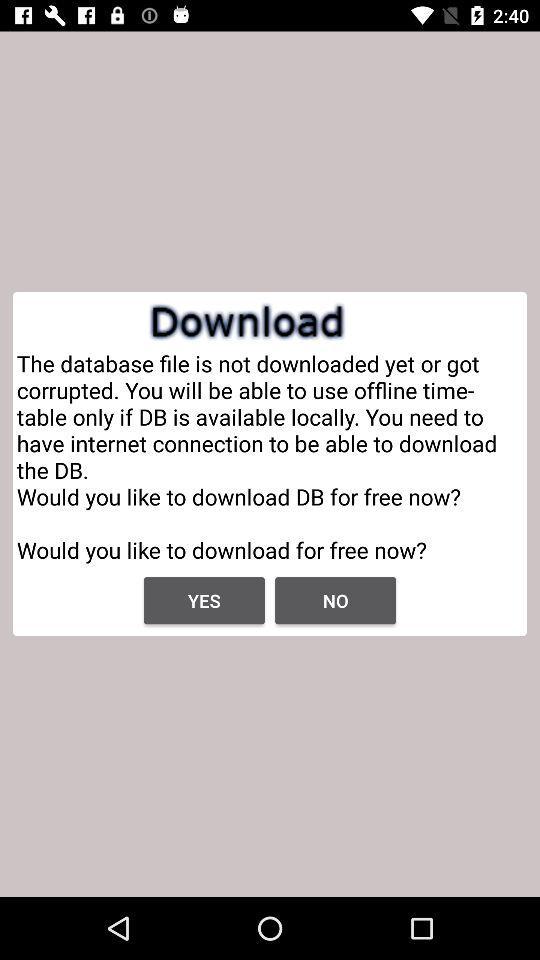 This screenshot has height=960, width=540. What do you see at coordinates (335, 600) in the screenshot?
I see `the app below the the database file` at bounding box center [335, 600].